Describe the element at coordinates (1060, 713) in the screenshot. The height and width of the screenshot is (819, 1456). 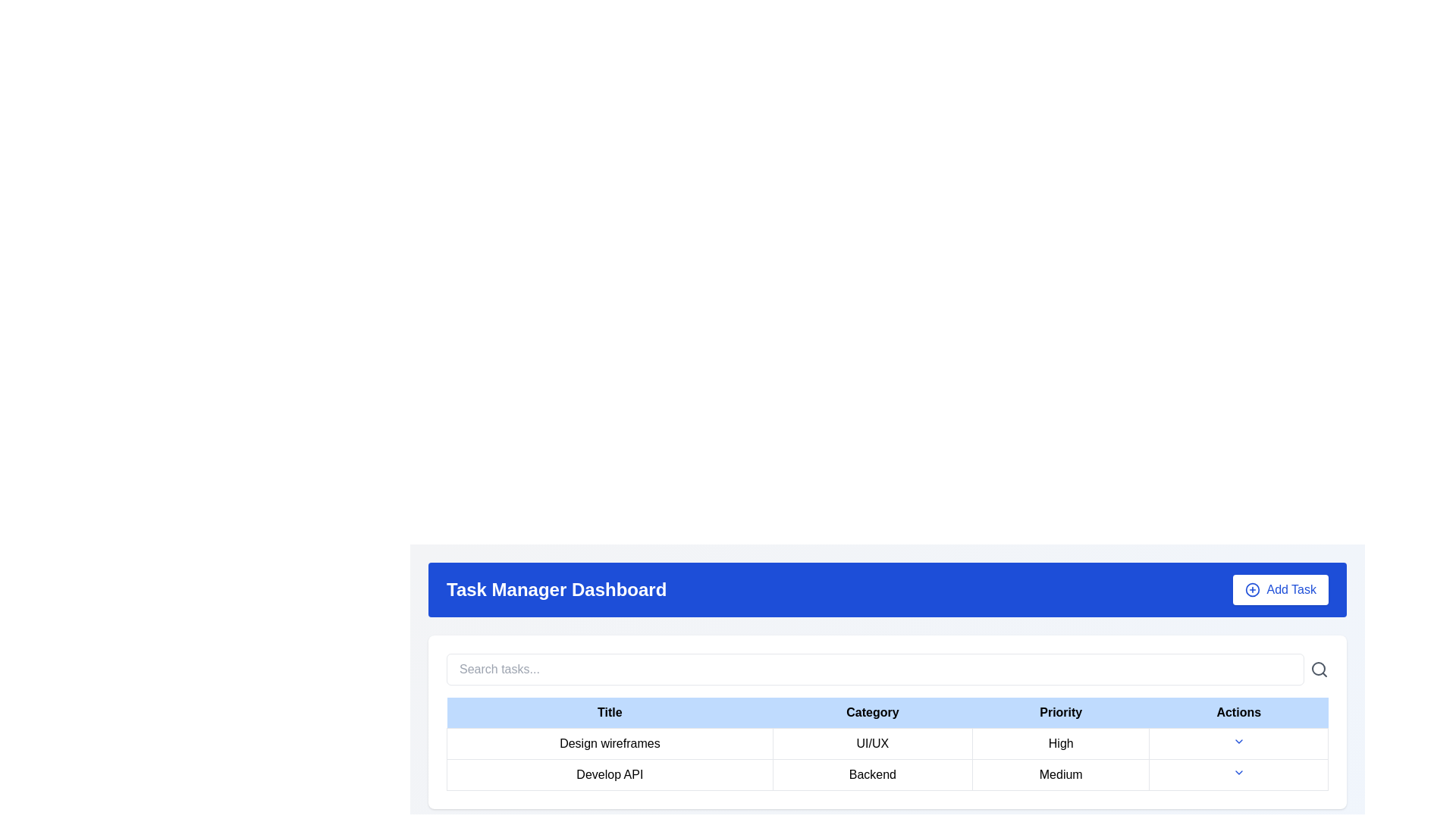
I see `the 'Priority' table header, which is the third column header in the table, located between 'Category' and 'Actions' on the dashboard interface` at that location.